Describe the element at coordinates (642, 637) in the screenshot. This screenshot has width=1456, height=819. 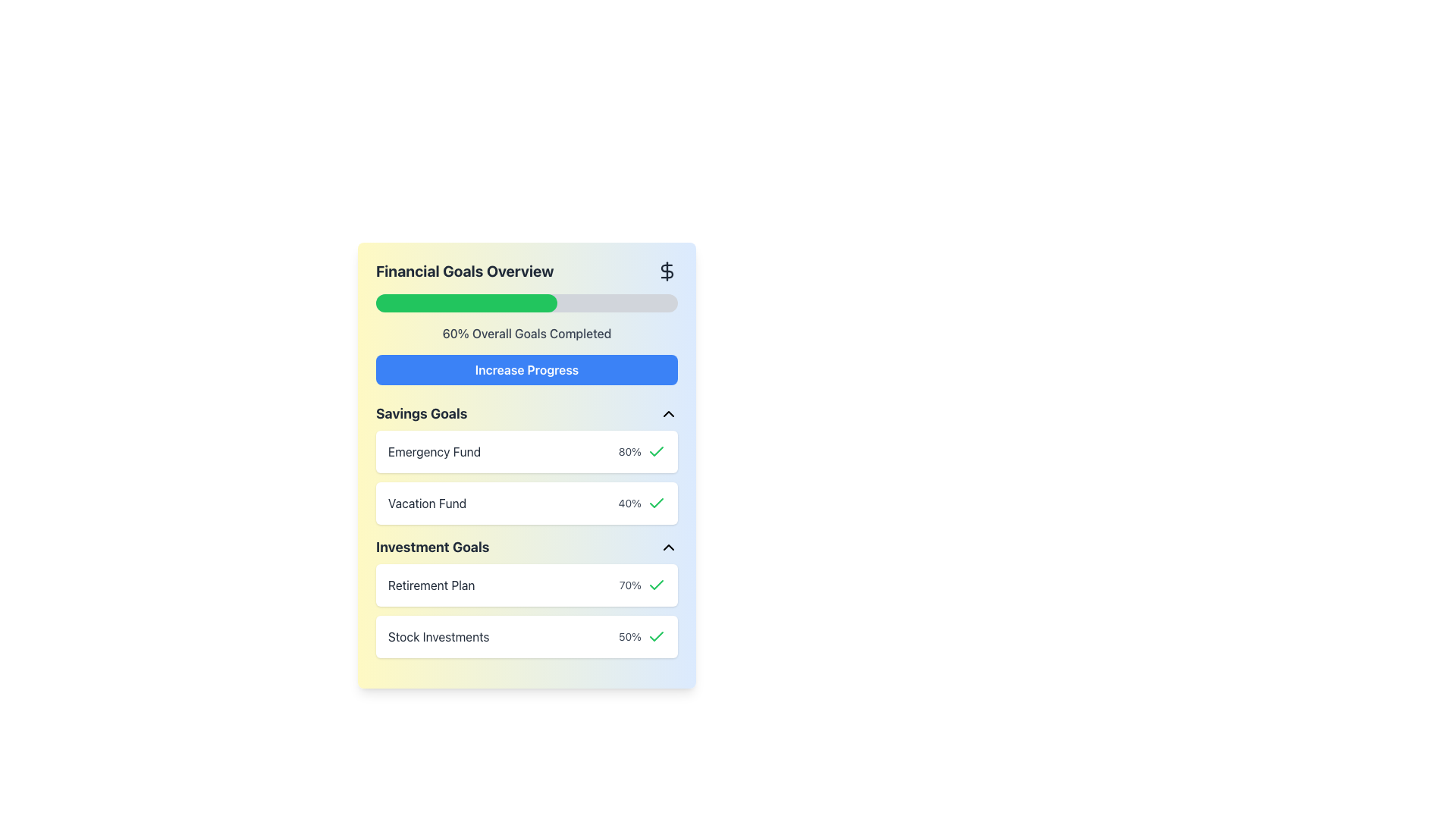
I see `the completion status of the Composite display showing '50%' with a green checkmark icon, located in the lower-right portion of the 'Stock Investments' card` at that location.